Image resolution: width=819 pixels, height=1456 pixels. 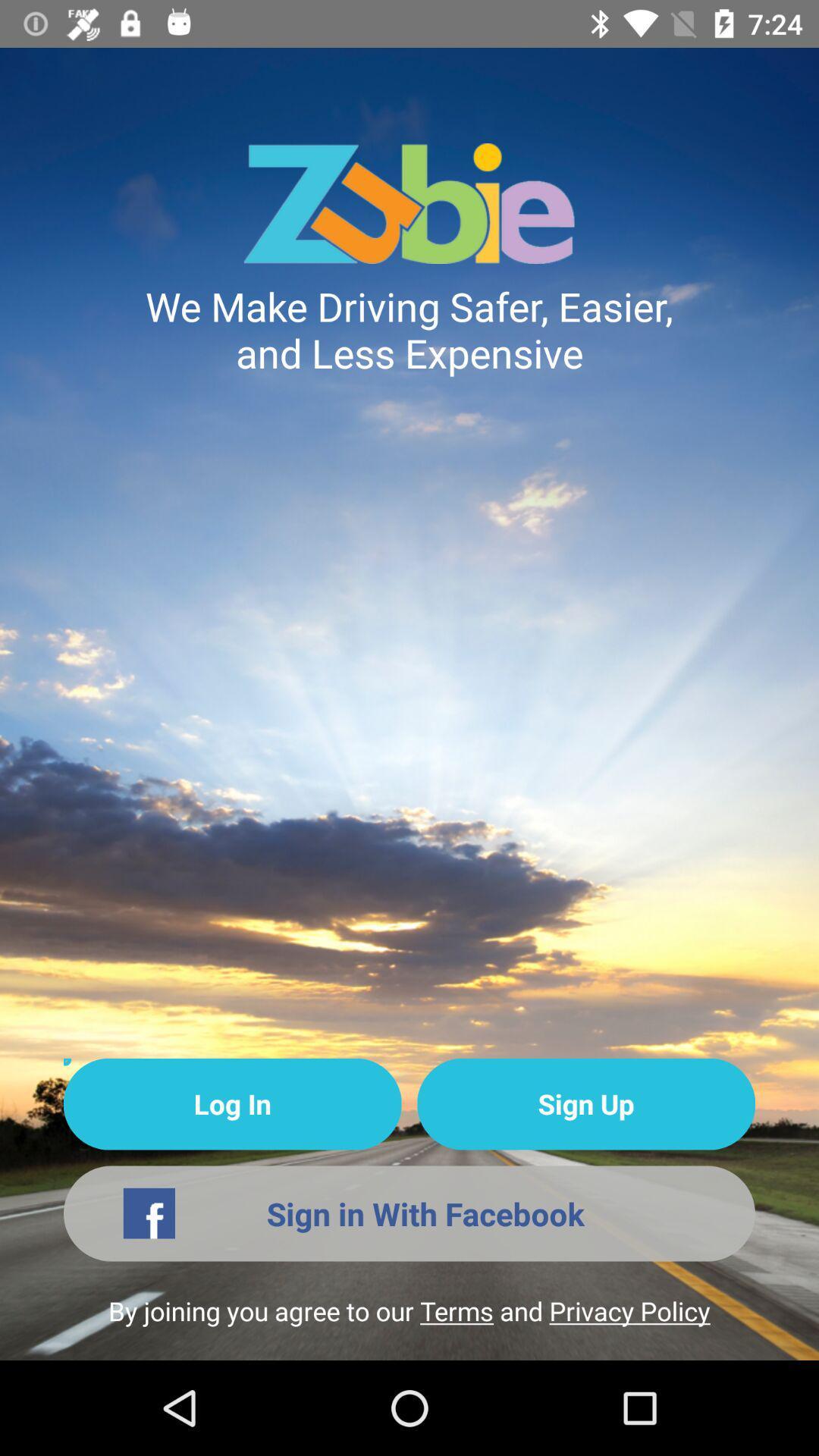 What do you see at coordinates (585, 1104) in the screenshot?
I see `the item to the right of the log in icon` at bounding box center [585, 1104].